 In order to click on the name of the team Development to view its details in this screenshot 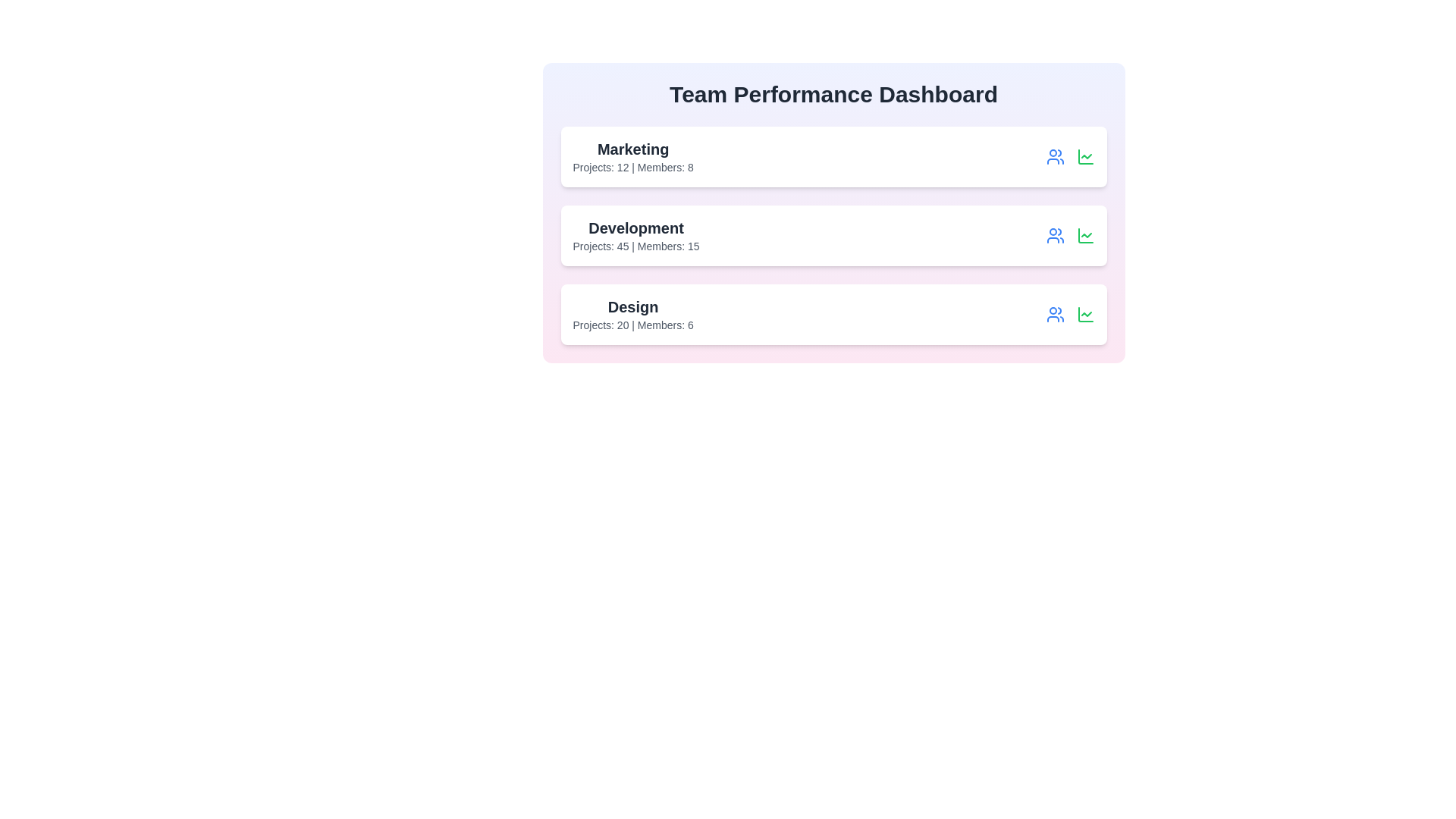, I will do `click(636, 227)`.